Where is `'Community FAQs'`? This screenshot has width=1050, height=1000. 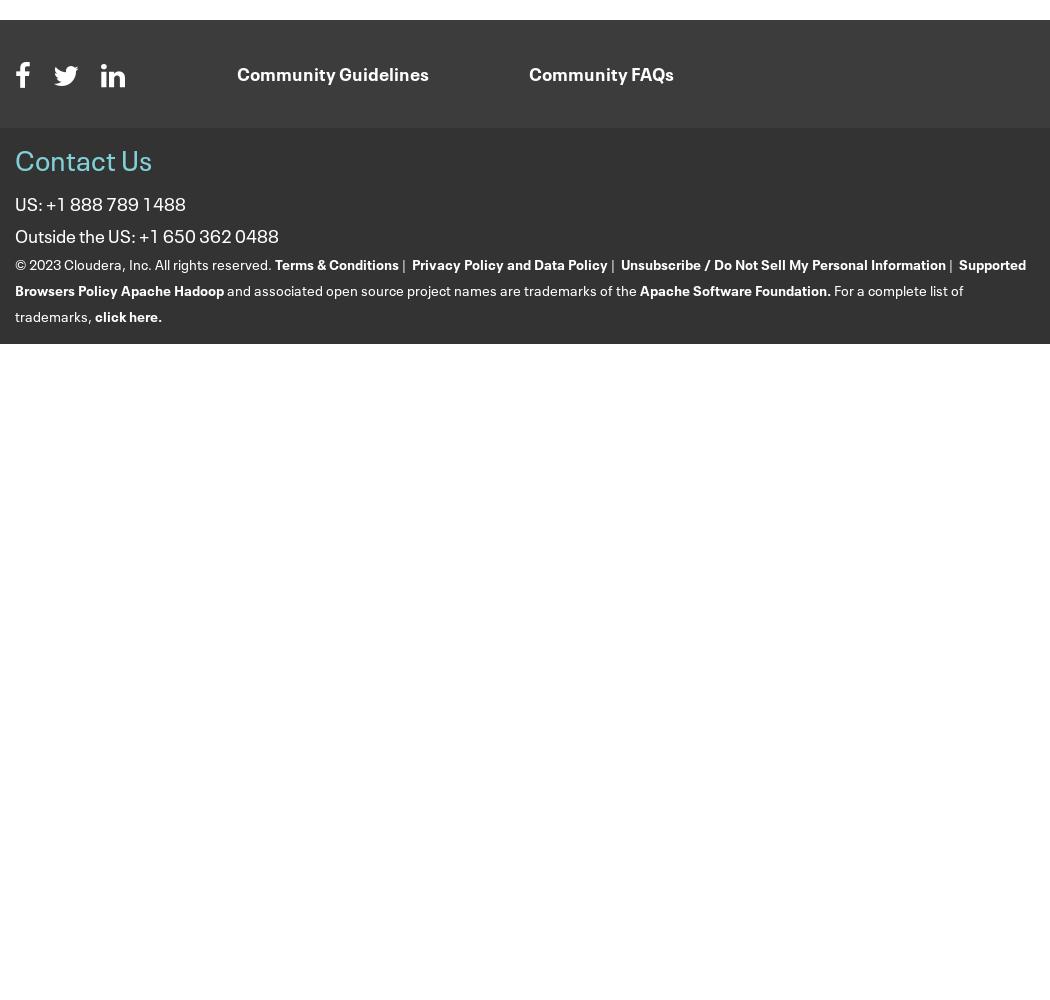 'Community FAQs' is located at coordinates (601, 71).